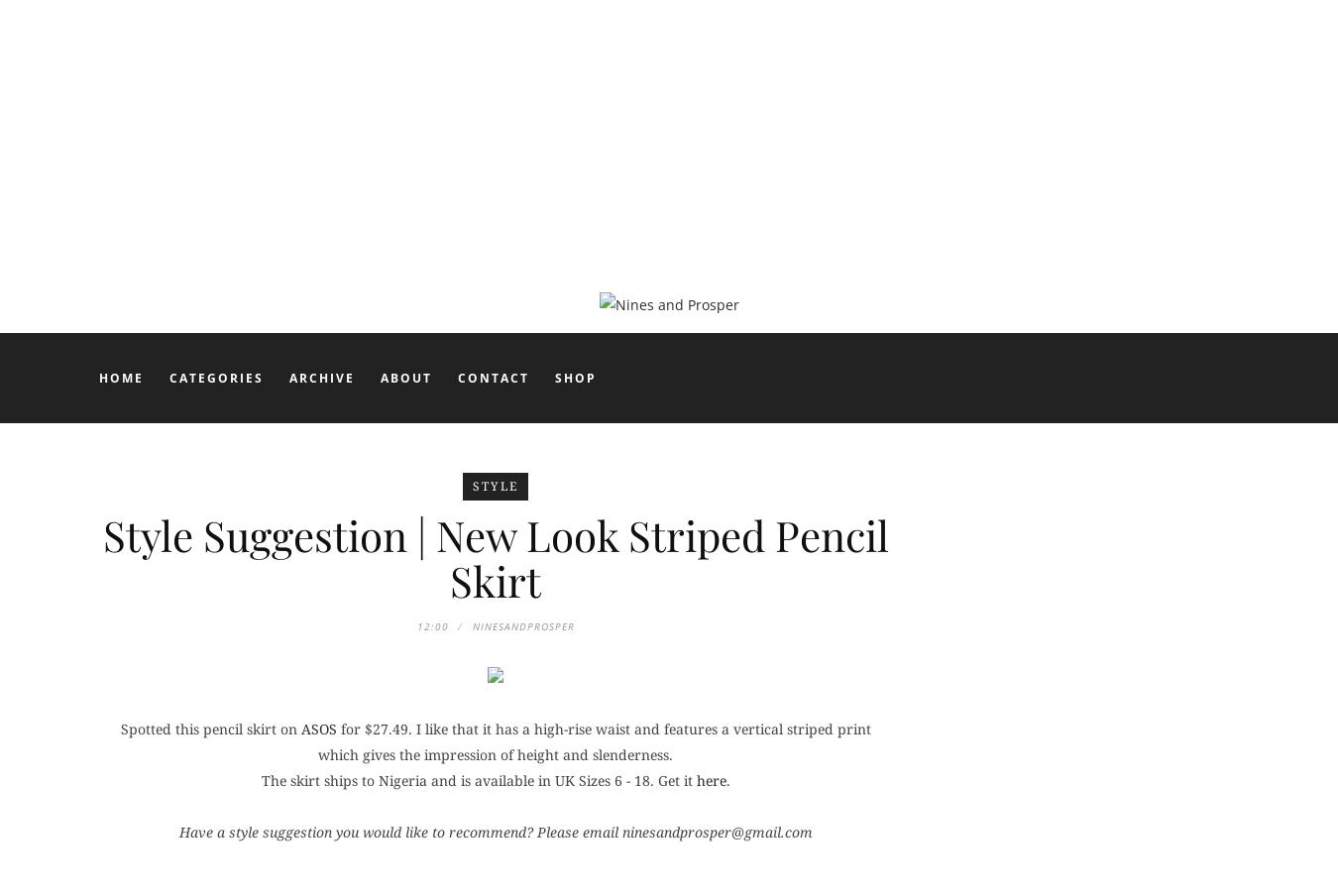 This screenshot has height=896, width=1338. What do you see at coordinates (477, 779) in the screenshot?
I see `'The skirt ships to Nigeria and is available in UK Sizes 6 - 18. Get it'` at bounding box center [477, 779].